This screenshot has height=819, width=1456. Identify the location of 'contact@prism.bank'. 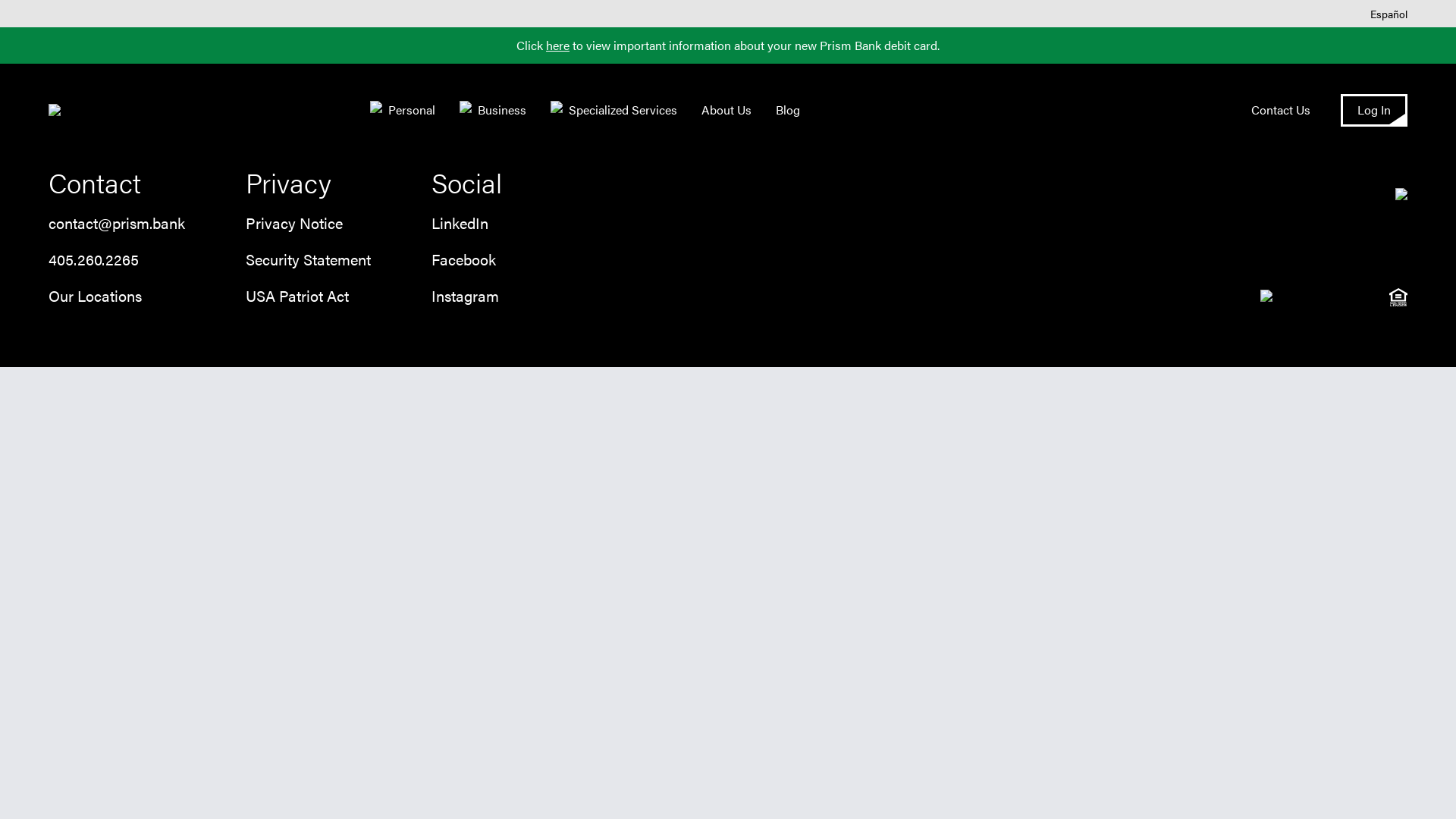
(48, 222).